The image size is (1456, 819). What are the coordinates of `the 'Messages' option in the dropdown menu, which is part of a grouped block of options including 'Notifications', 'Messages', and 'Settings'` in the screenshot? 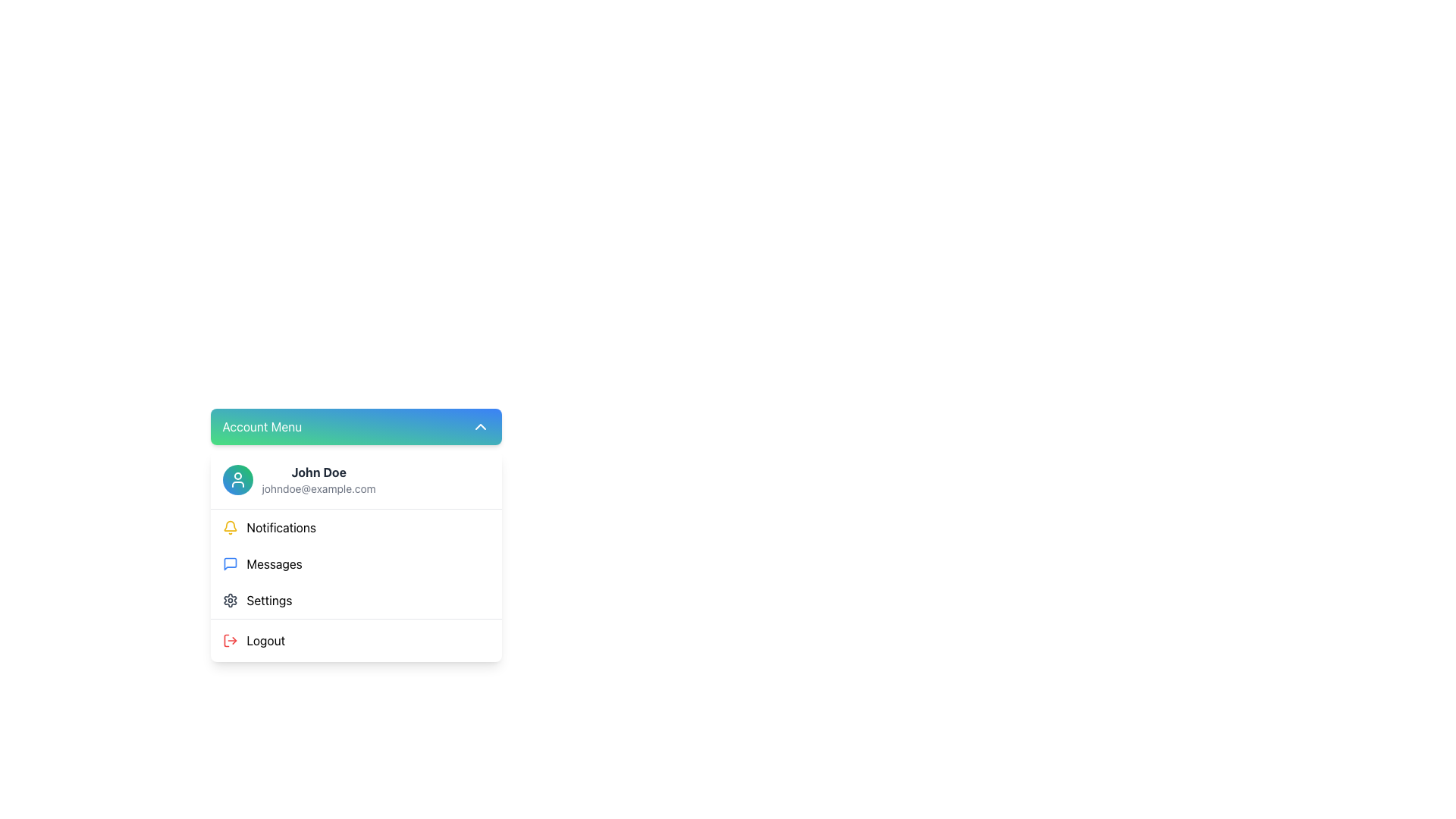 It's located at (355, 563).